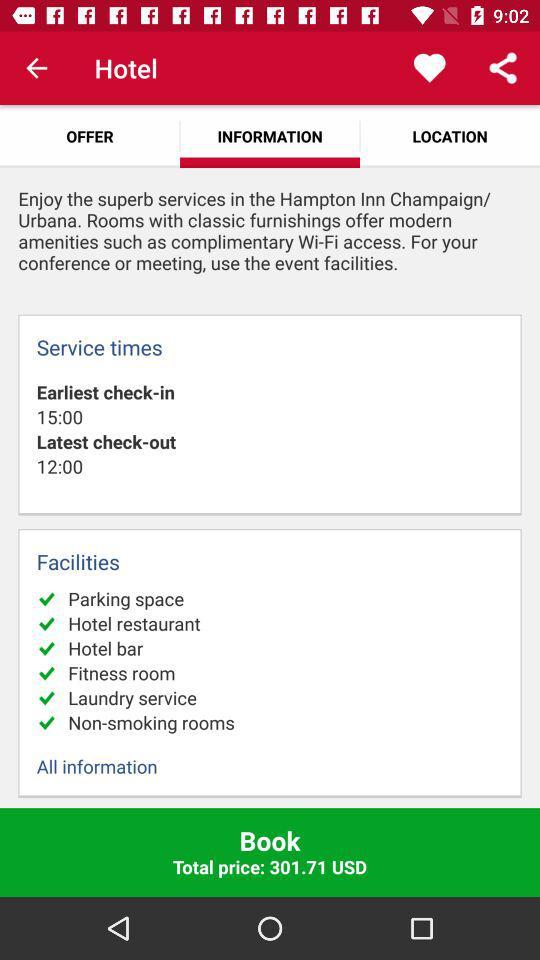 This screenshot has width=540, height=960. Describe the element at coordinates (428, 68) in the screenshot. I see `the app above location icon` at that location.